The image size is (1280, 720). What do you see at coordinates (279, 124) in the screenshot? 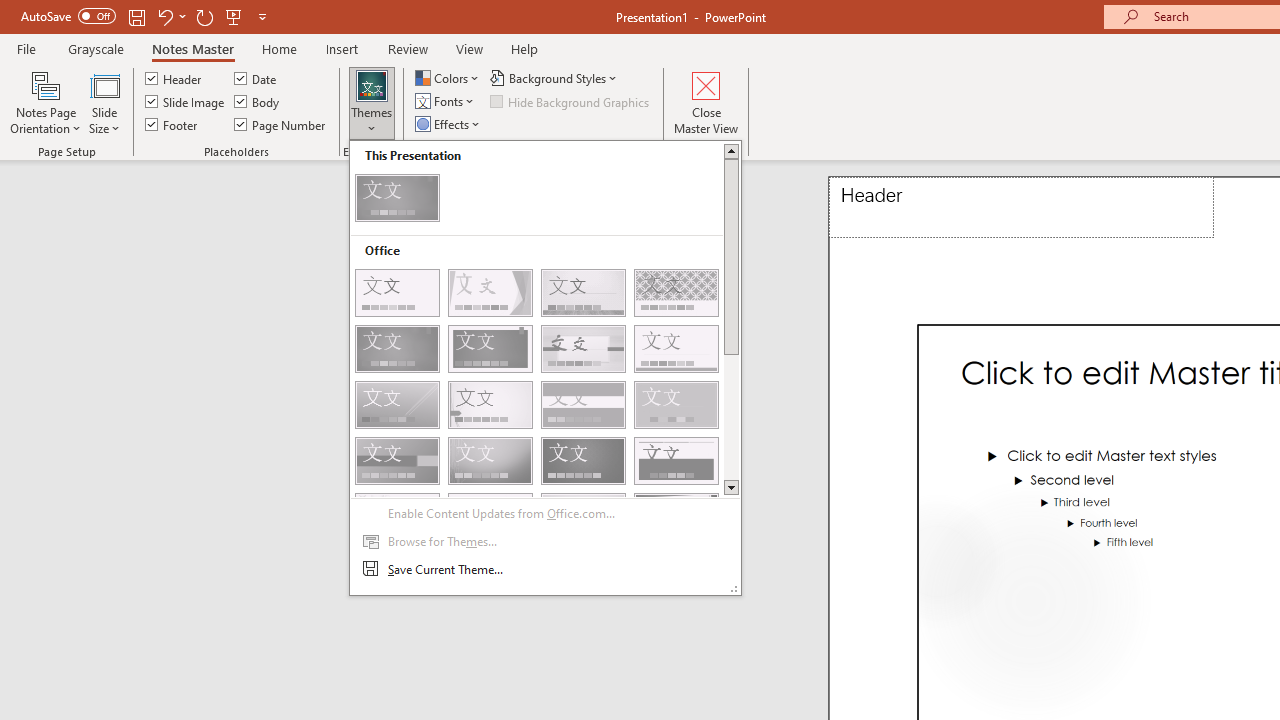
I see `'Page Number'` at bounding box center [279, 124].